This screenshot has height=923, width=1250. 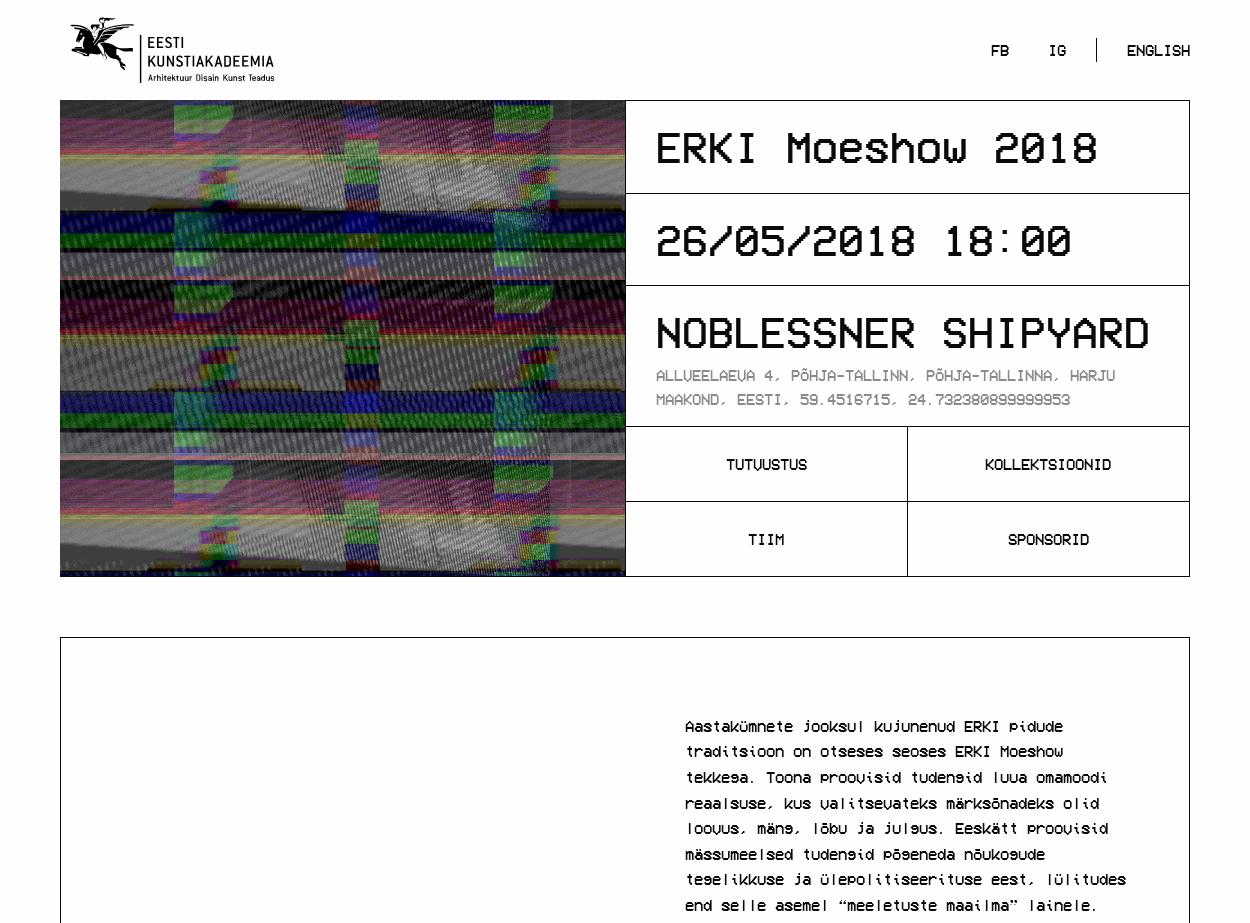 I want to click on 'Tutvustus', so click(x=765, y=462).